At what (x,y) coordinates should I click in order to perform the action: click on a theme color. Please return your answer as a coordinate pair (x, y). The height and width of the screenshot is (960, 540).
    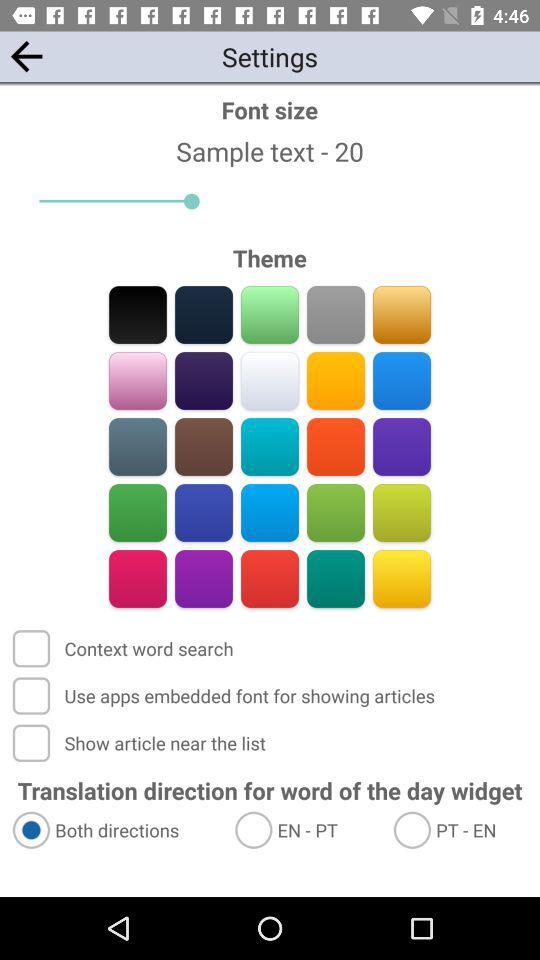
    Looking at the image, I should click on (137, 446).